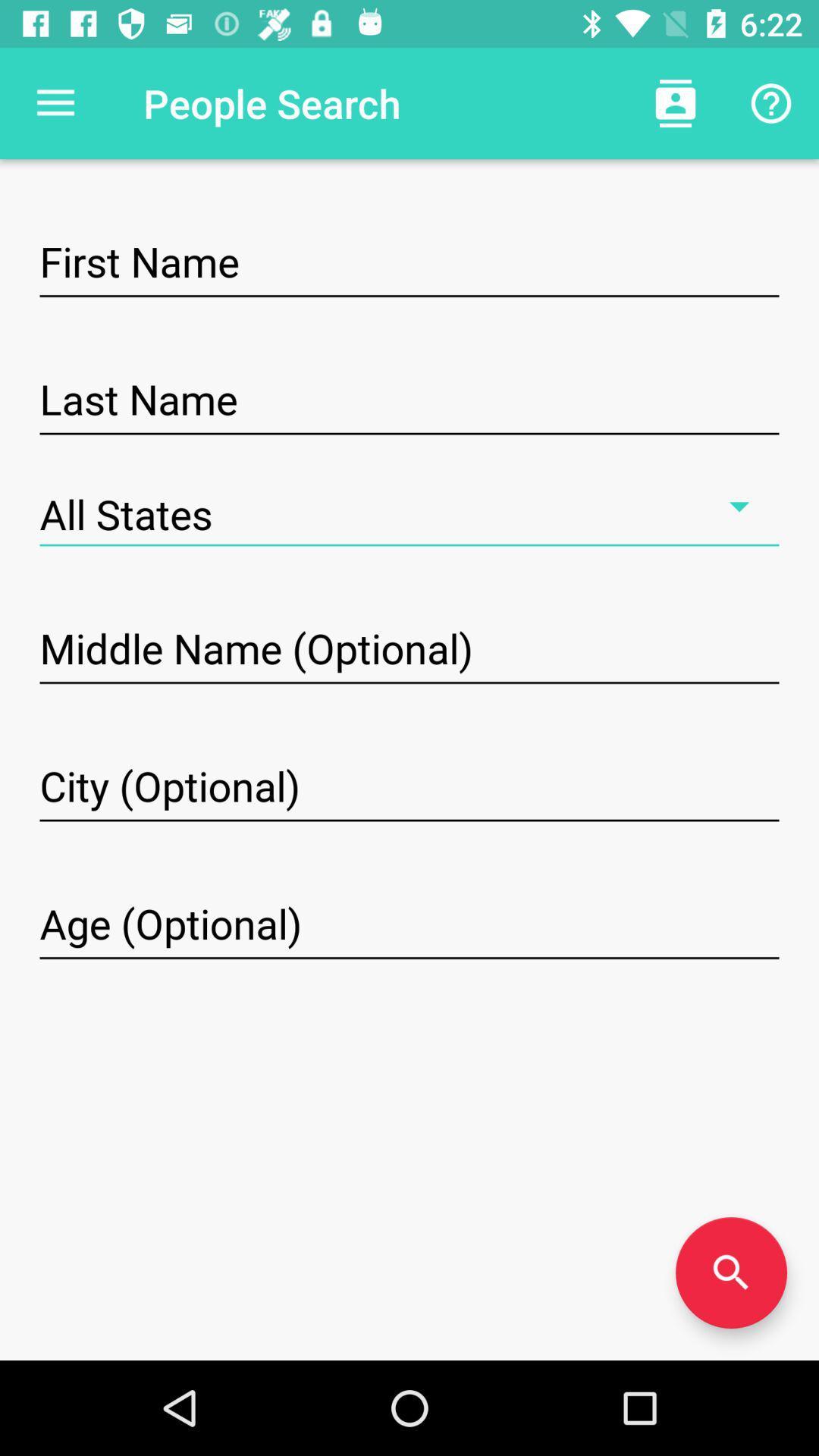  I want to click on icon to the right of the people search icon, so click(675, 102).